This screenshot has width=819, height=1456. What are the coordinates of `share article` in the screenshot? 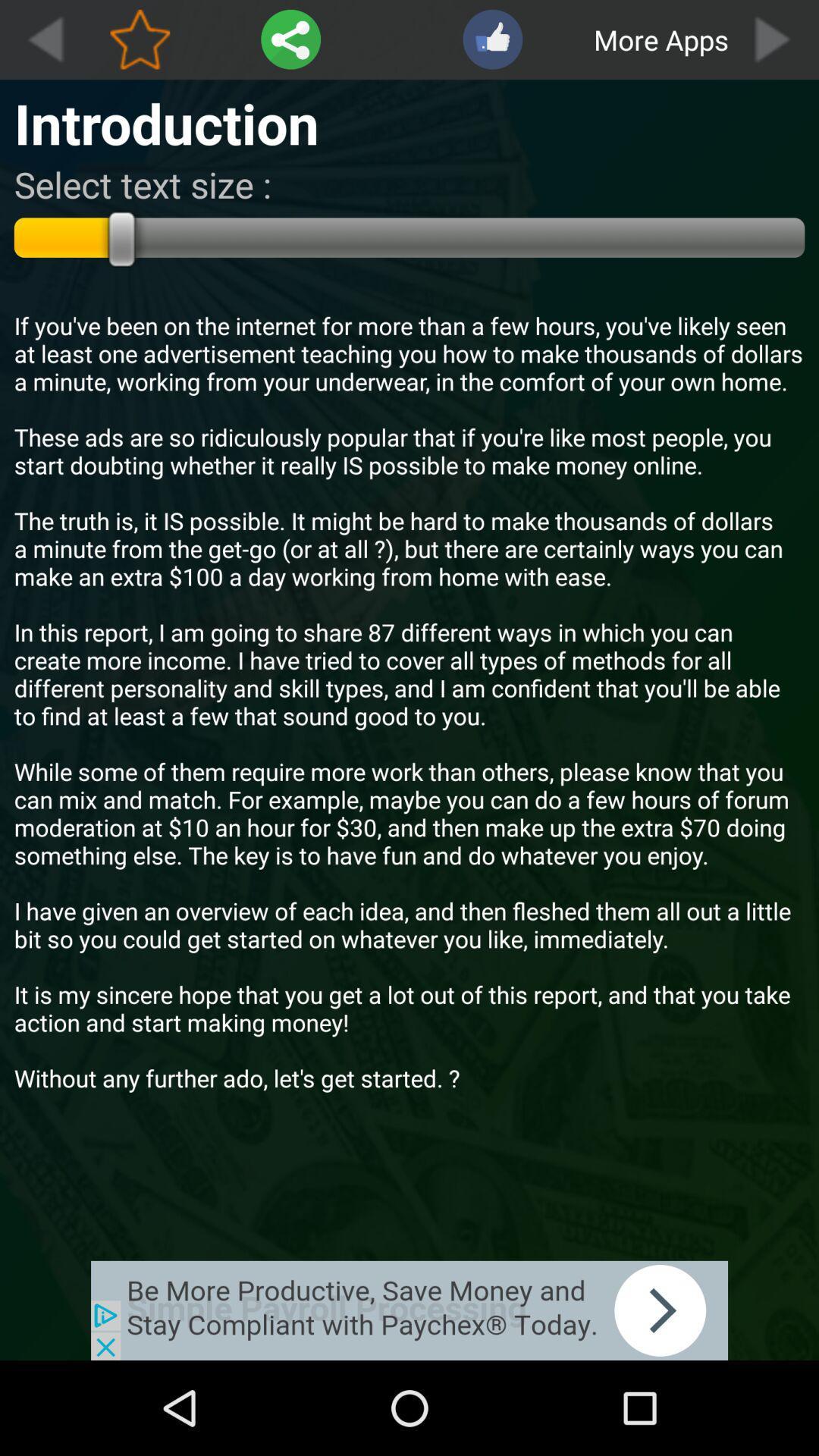 It's located at (290, 39).